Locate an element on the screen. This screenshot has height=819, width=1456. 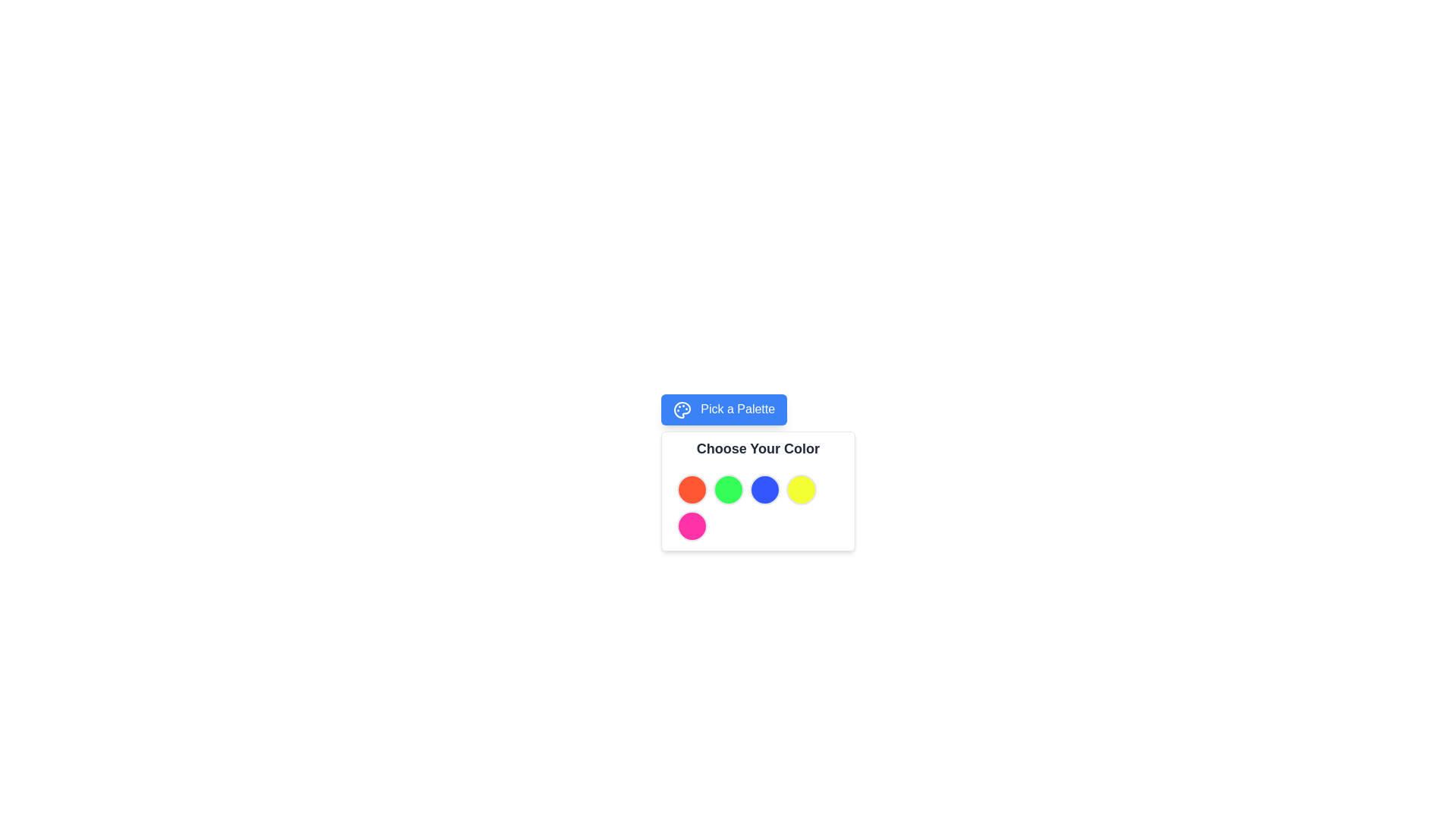
the fourth button in the top row of the color selection grid is located at coordinates (800, 489).